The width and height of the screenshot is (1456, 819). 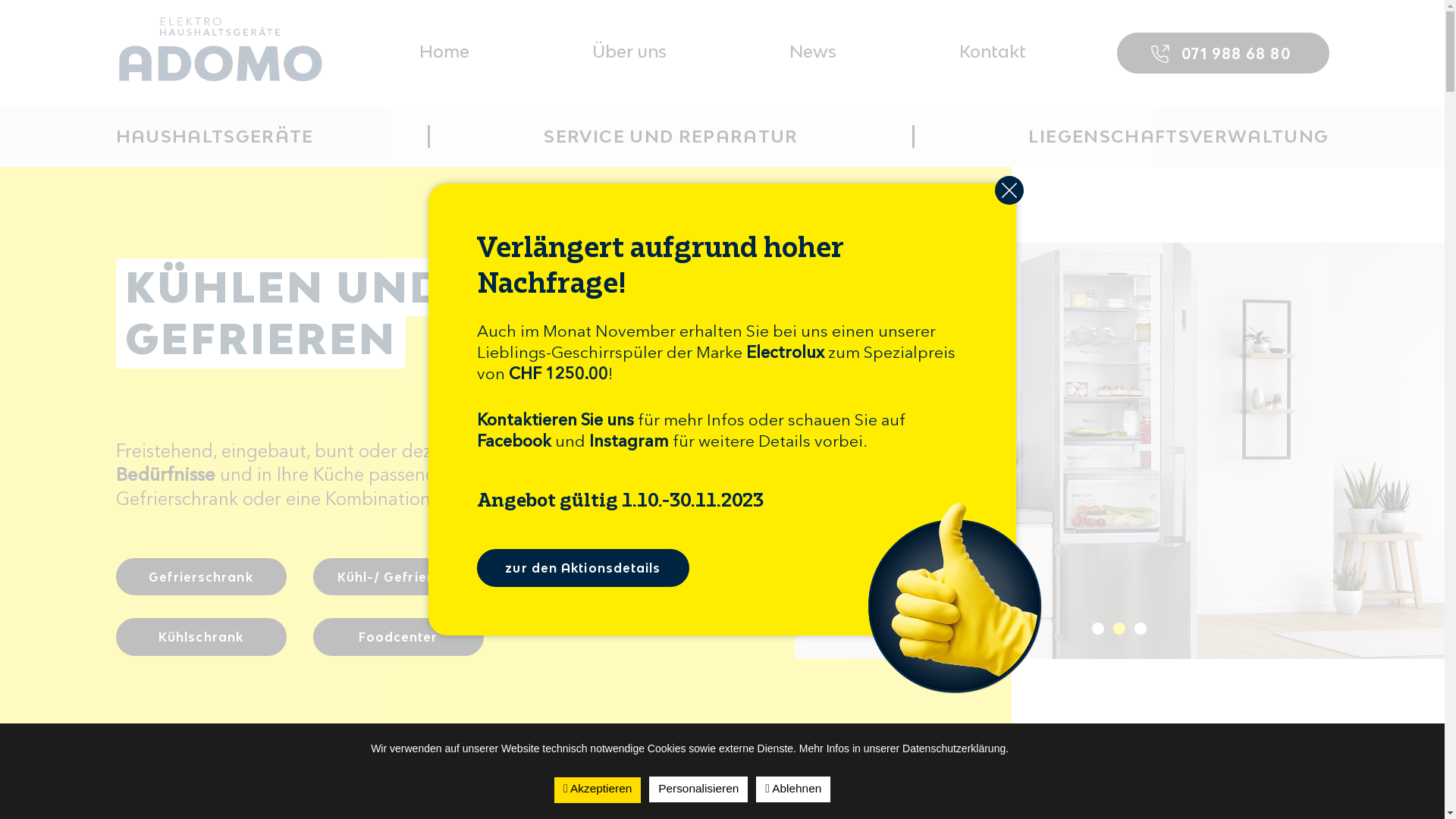 What do you see at coordinates (443, 51) in the screenshot?
I see `'Home'` at bounding box center [443, 51].